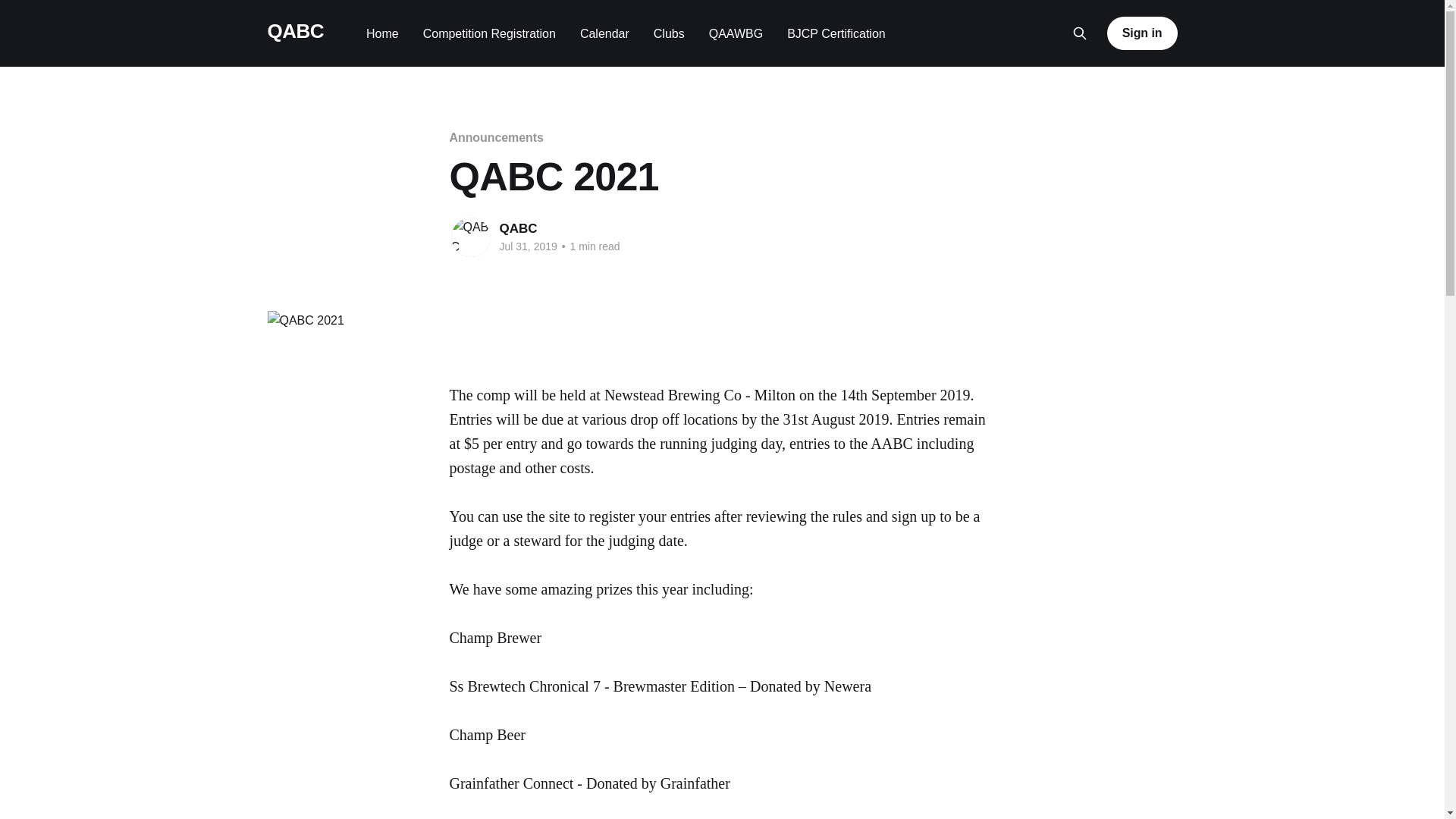  What do you see at coordinates (382, 33) in the screenshot?
I see `'Home'` at bounding box center [382, 33].